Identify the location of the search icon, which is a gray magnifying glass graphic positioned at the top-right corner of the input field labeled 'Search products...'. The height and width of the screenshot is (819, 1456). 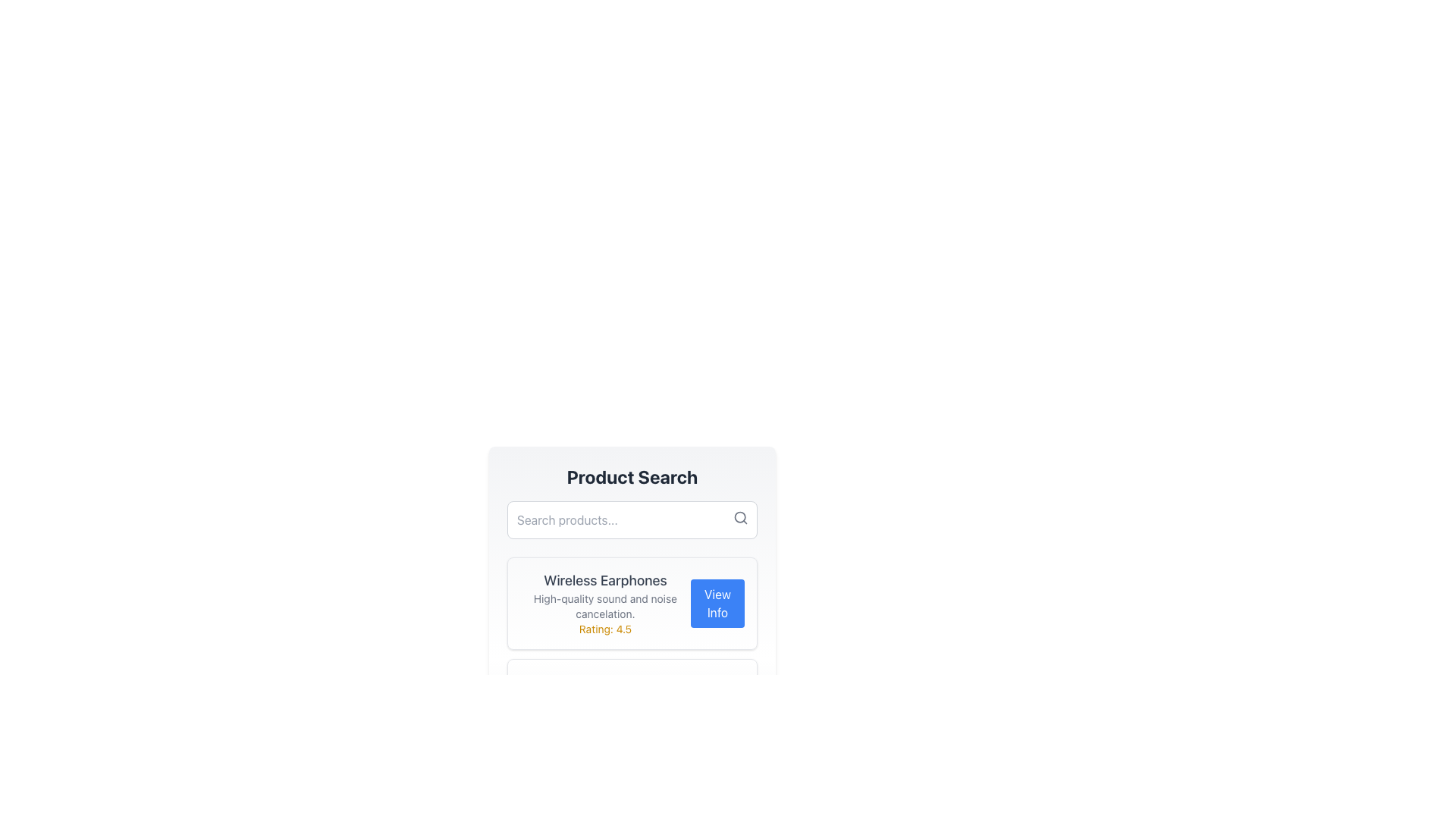
(741, 516).